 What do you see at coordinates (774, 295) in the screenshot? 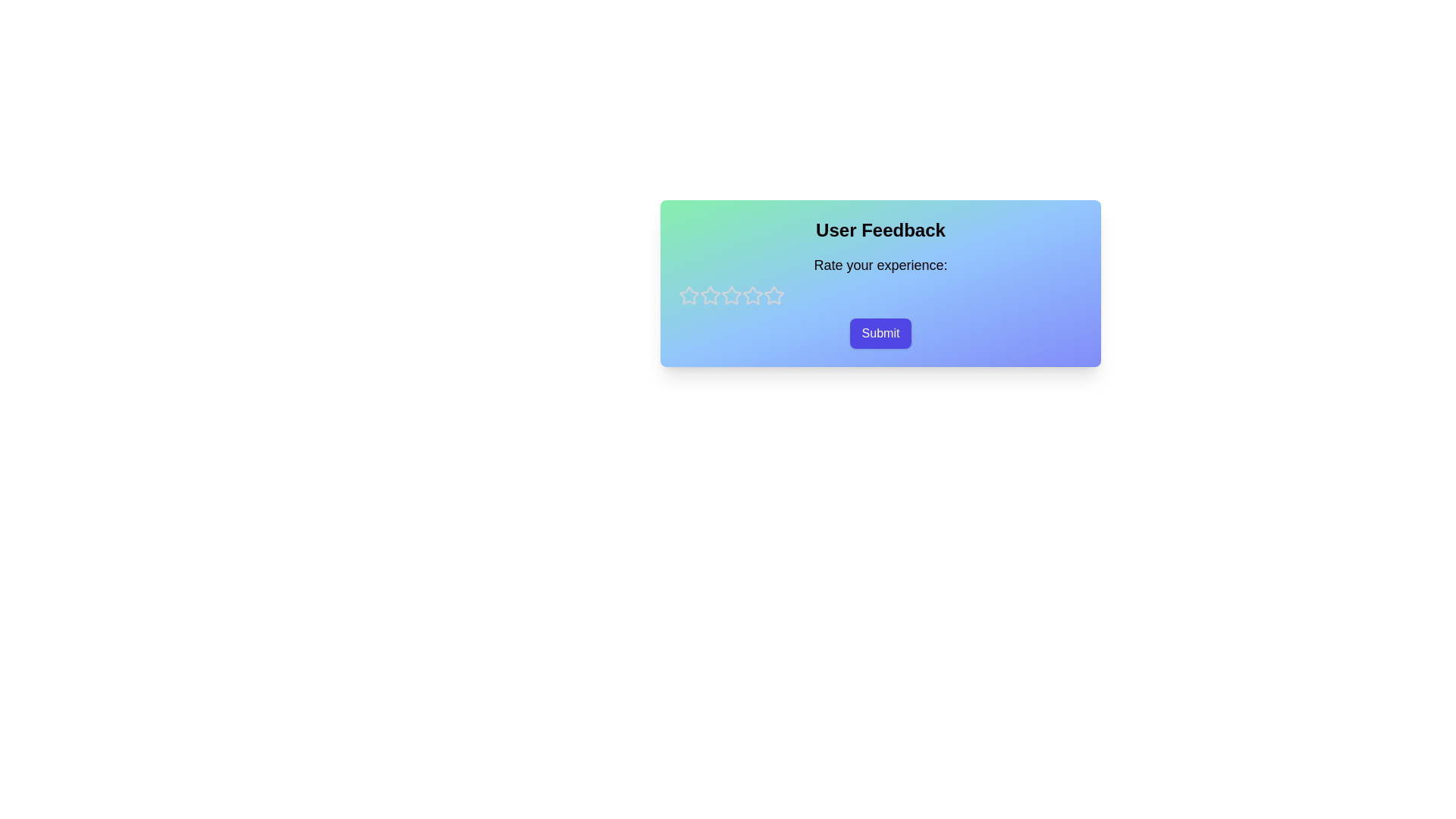
I see `the fourth rating star icon in the User Feedback section` at bounding box center [774, 295].